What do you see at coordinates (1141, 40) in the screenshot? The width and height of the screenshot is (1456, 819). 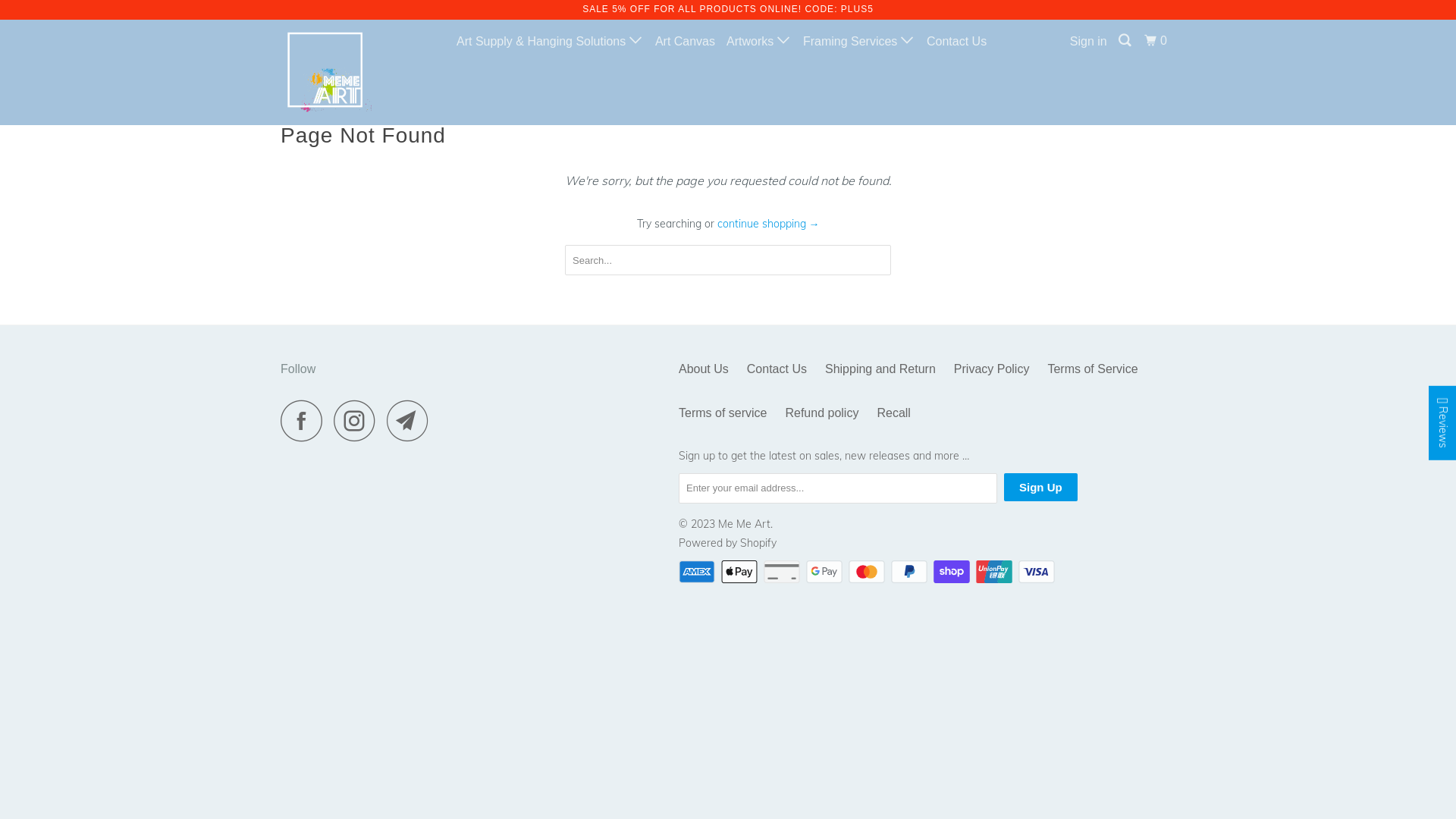 I see `'0'` at bounding box center [1141, 40].